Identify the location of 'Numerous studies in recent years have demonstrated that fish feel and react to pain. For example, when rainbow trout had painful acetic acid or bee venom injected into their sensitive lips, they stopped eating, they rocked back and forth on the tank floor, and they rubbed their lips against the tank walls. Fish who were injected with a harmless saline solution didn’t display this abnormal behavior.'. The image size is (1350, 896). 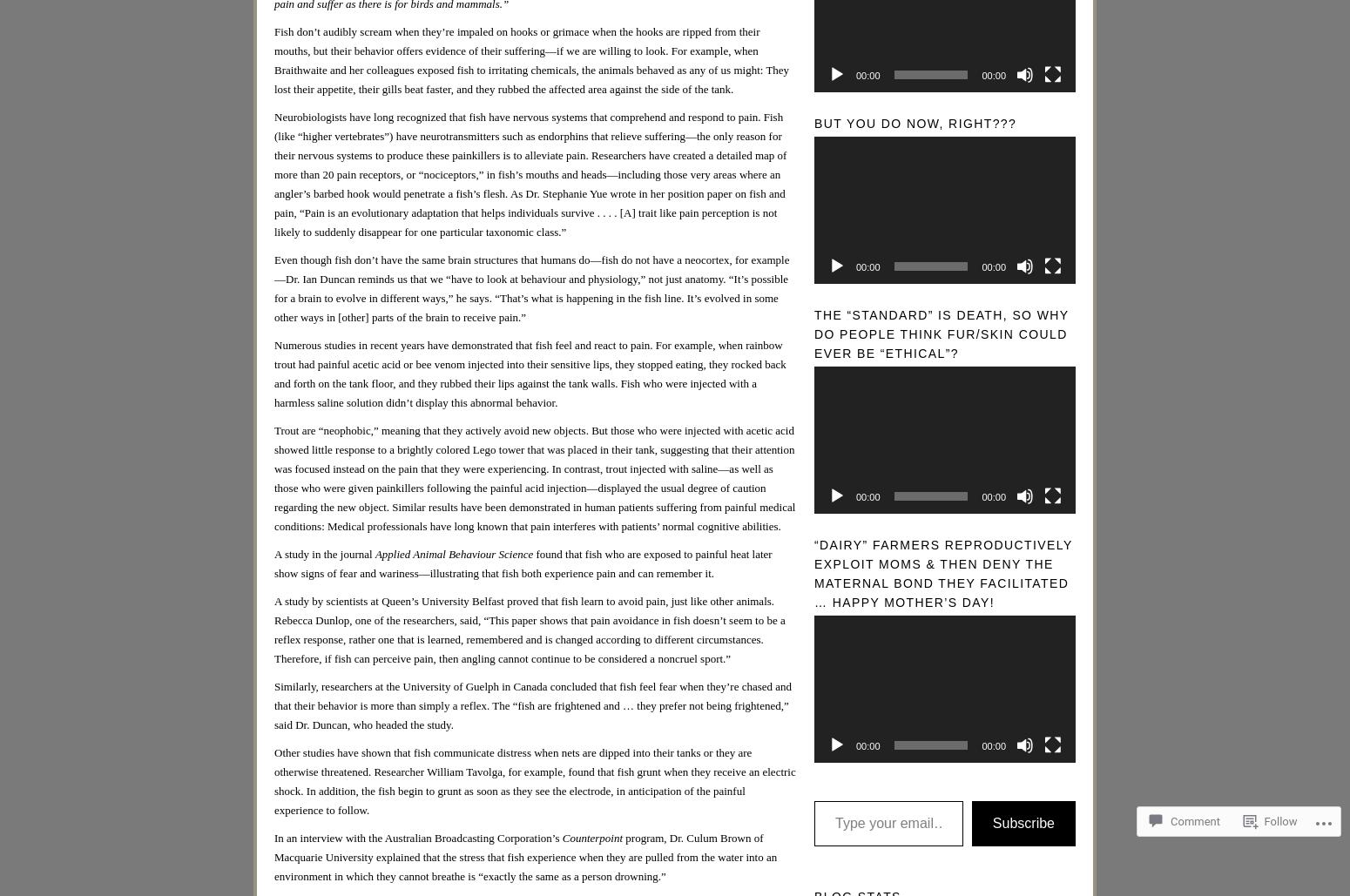
(530, 372).